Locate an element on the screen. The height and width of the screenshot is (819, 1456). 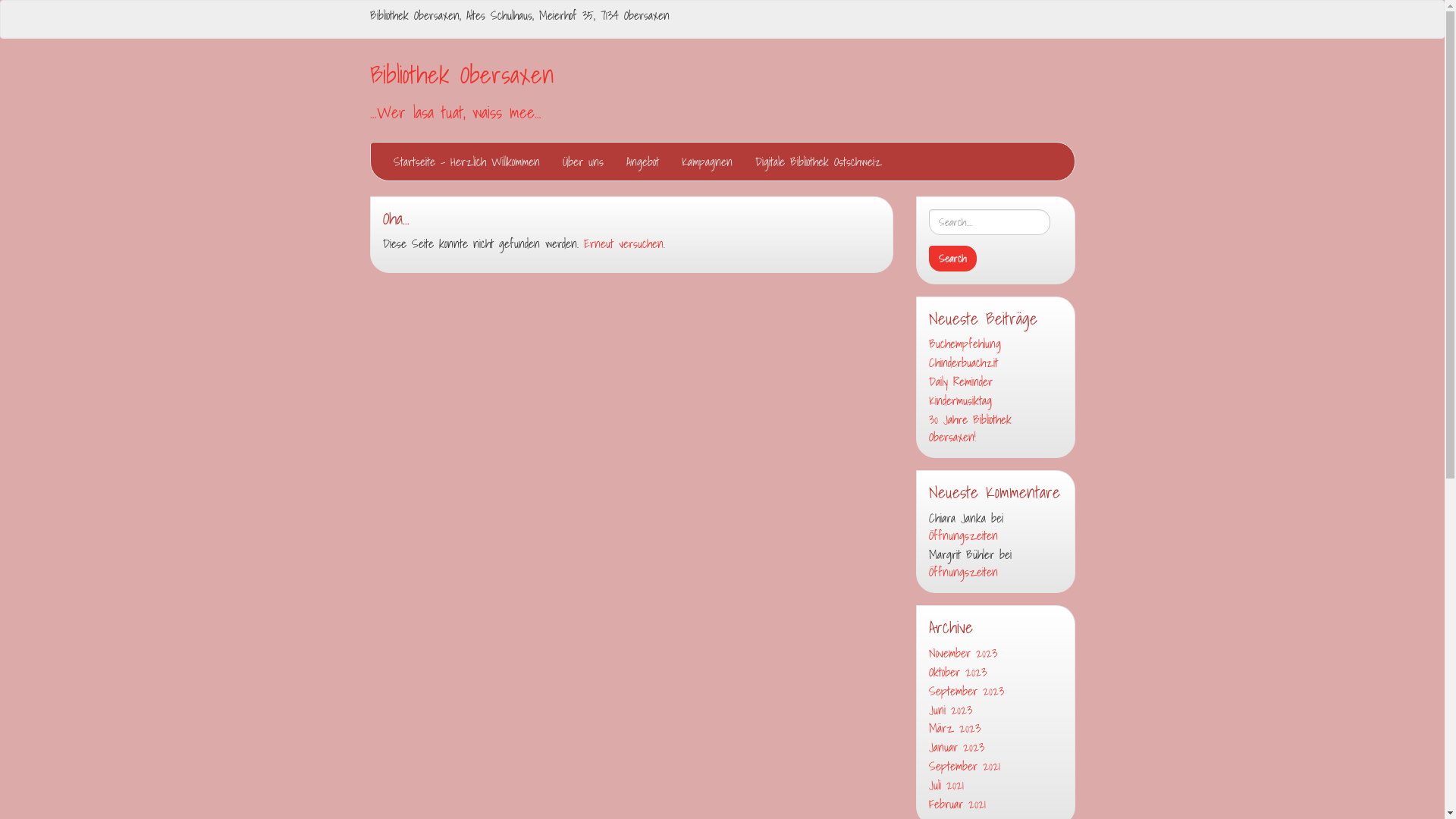
'Kindermusiktag' is located at coordinates (994, 400).